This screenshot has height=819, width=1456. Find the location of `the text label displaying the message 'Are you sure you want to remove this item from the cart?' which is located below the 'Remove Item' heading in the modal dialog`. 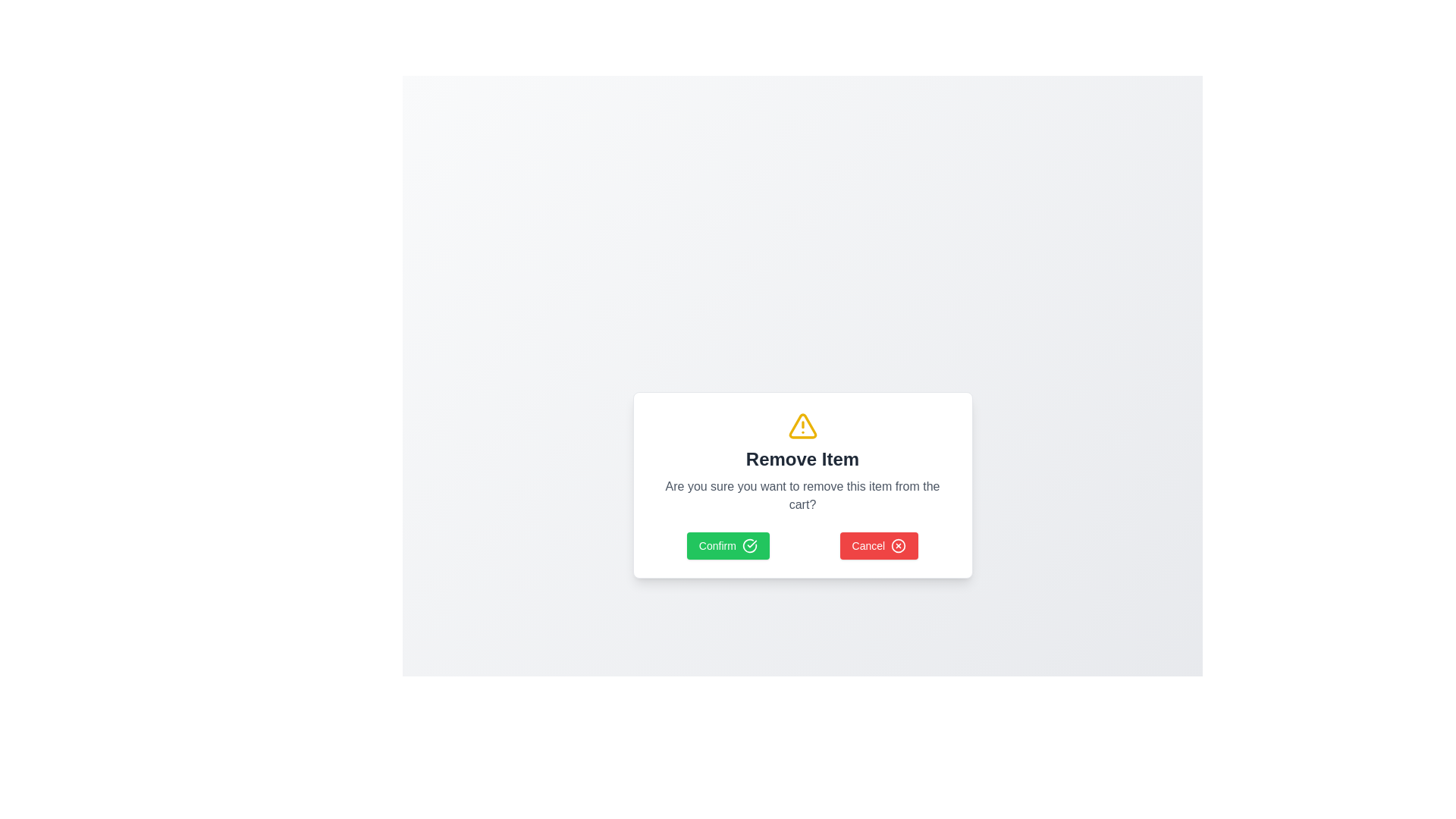

the text label displaying the message 'Are you sure you want to remove this item from the cart?' which is located below the 'Remove Item' heading in the modal dialog is located at coordinates (802, 496).